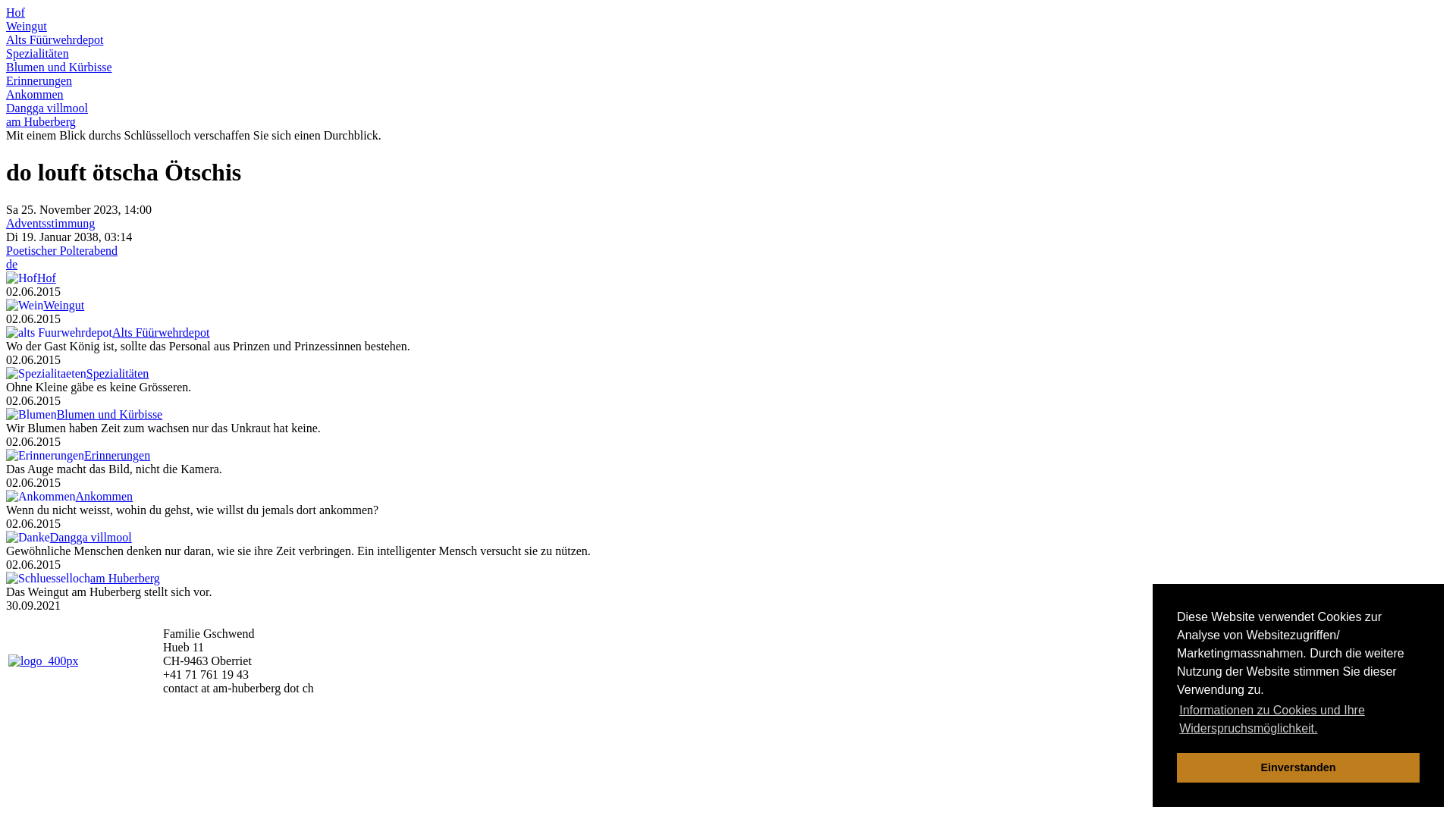 The image size is (1456, 819). What do you see at coordinates (26, 26) in the screenshot?
I see `'Weingut'` at bounding box center [26, 26].